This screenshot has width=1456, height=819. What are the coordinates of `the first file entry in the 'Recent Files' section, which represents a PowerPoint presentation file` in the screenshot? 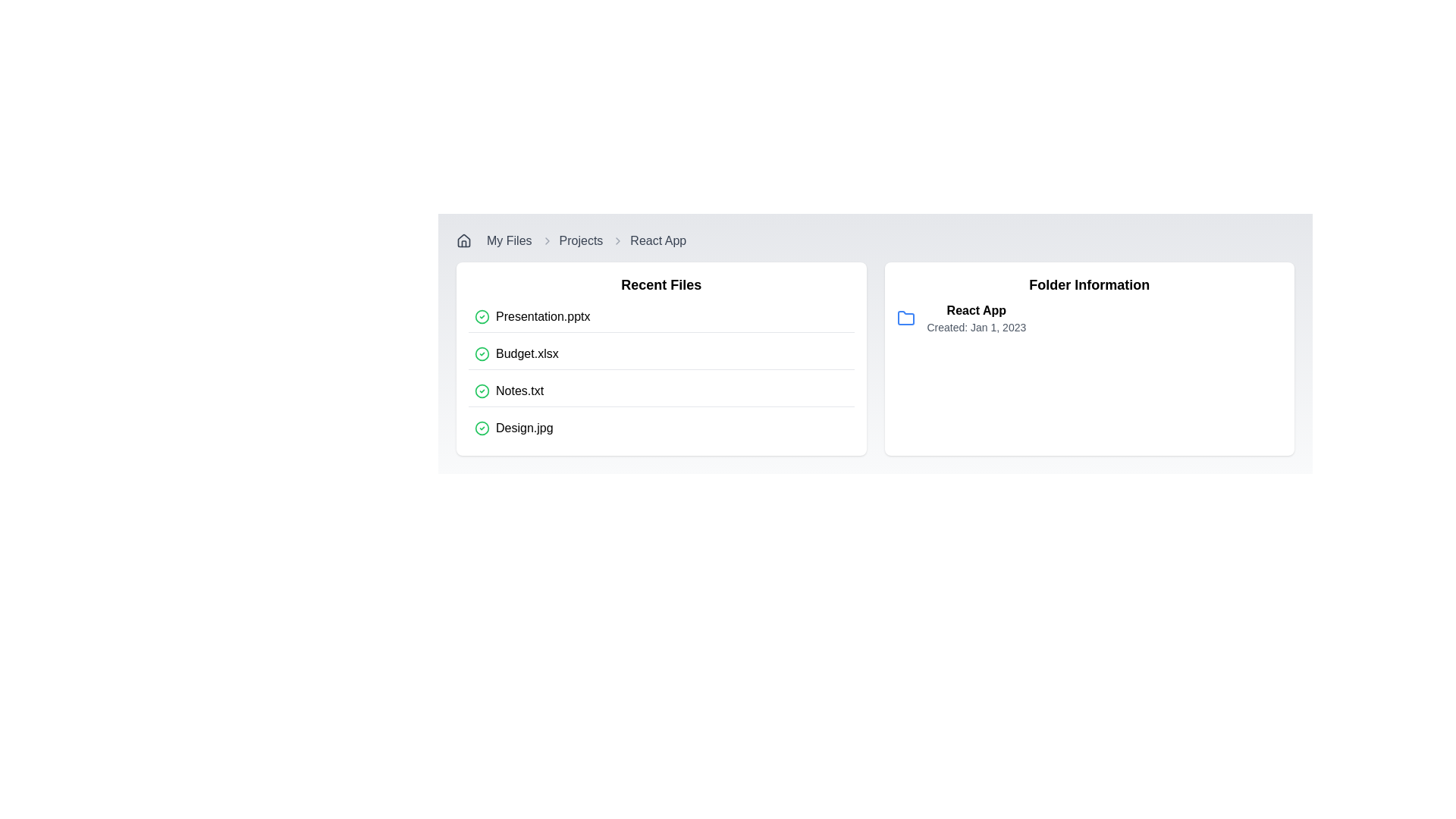 It's located at (661, 316).